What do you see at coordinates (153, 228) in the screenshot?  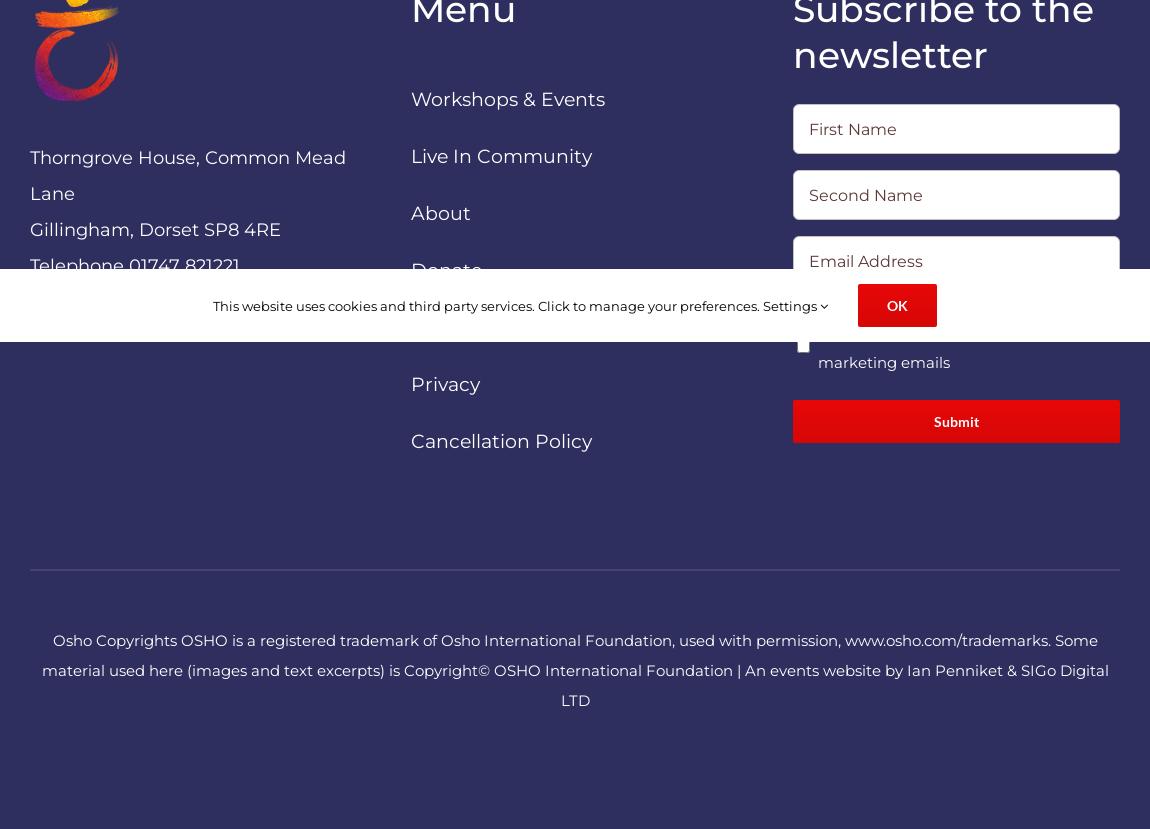 I see `'Gillingham, Dorset SP8 4RE'` at bounding box center [153, 228].